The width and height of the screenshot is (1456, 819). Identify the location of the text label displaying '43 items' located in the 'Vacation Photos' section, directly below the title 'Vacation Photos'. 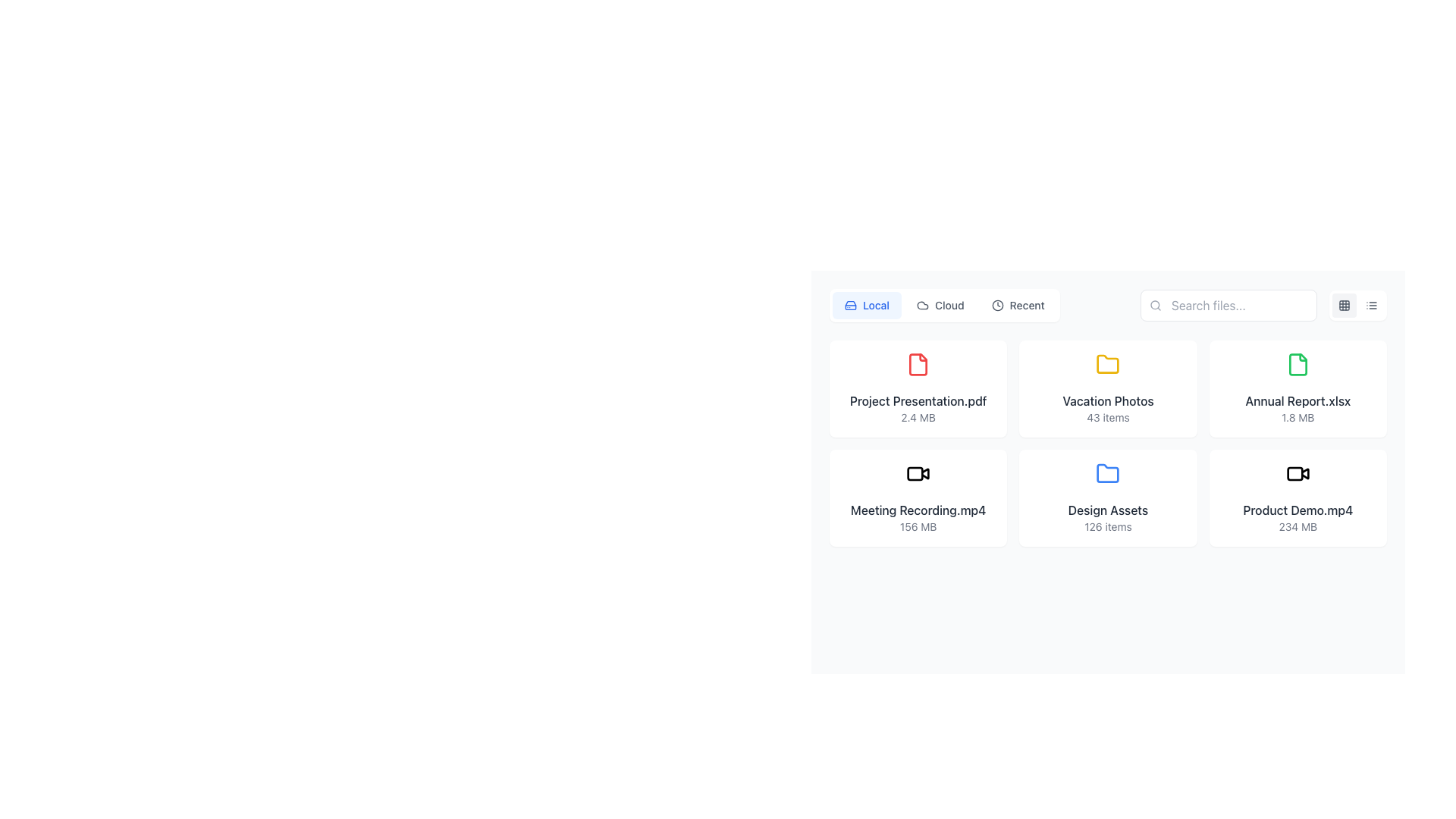
(1108, 418).